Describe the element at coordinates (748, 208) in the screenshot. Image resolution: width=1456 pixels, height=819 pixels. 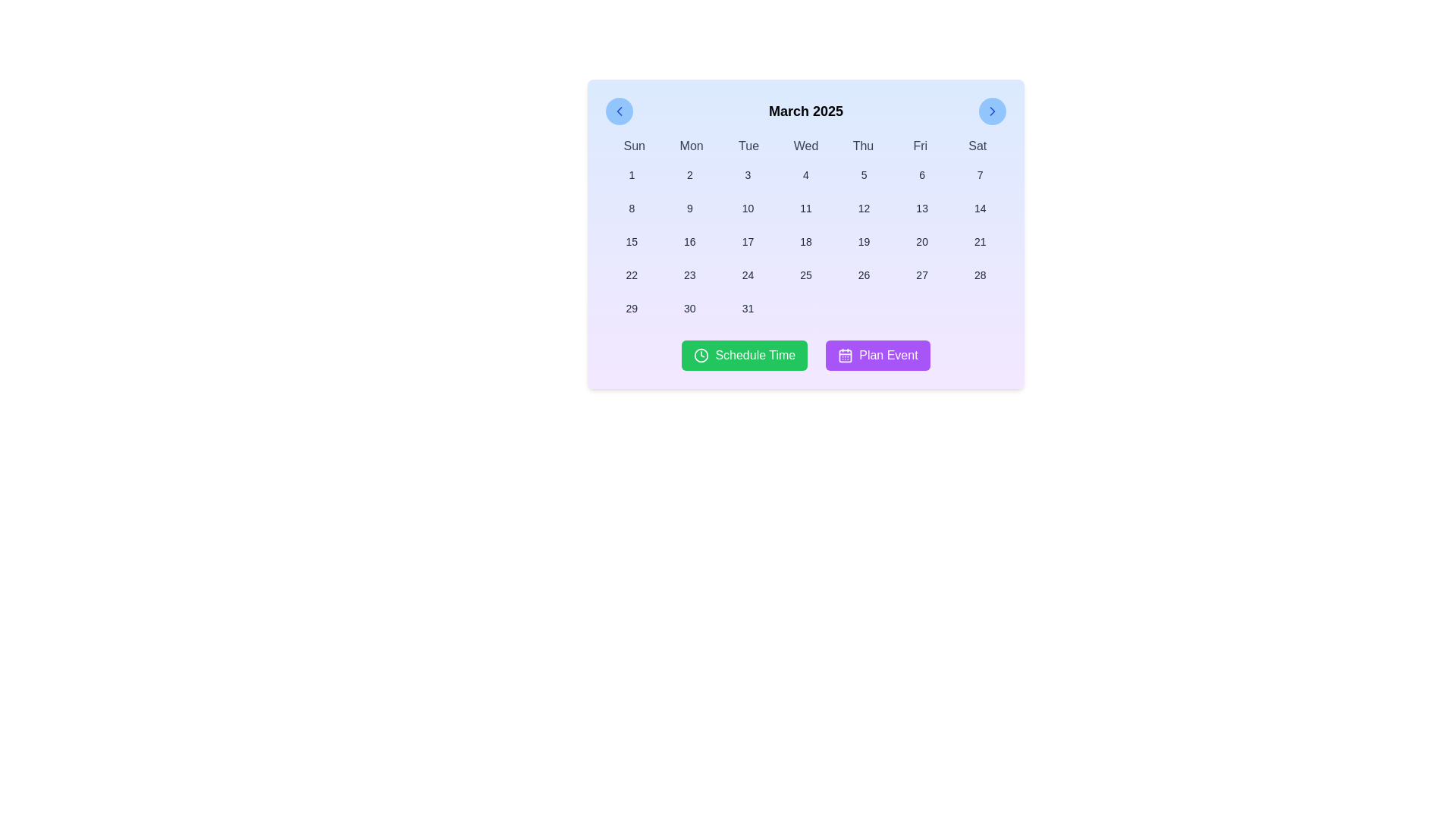
I see `the button displaying the number '10' in the calendar grid` at that location.